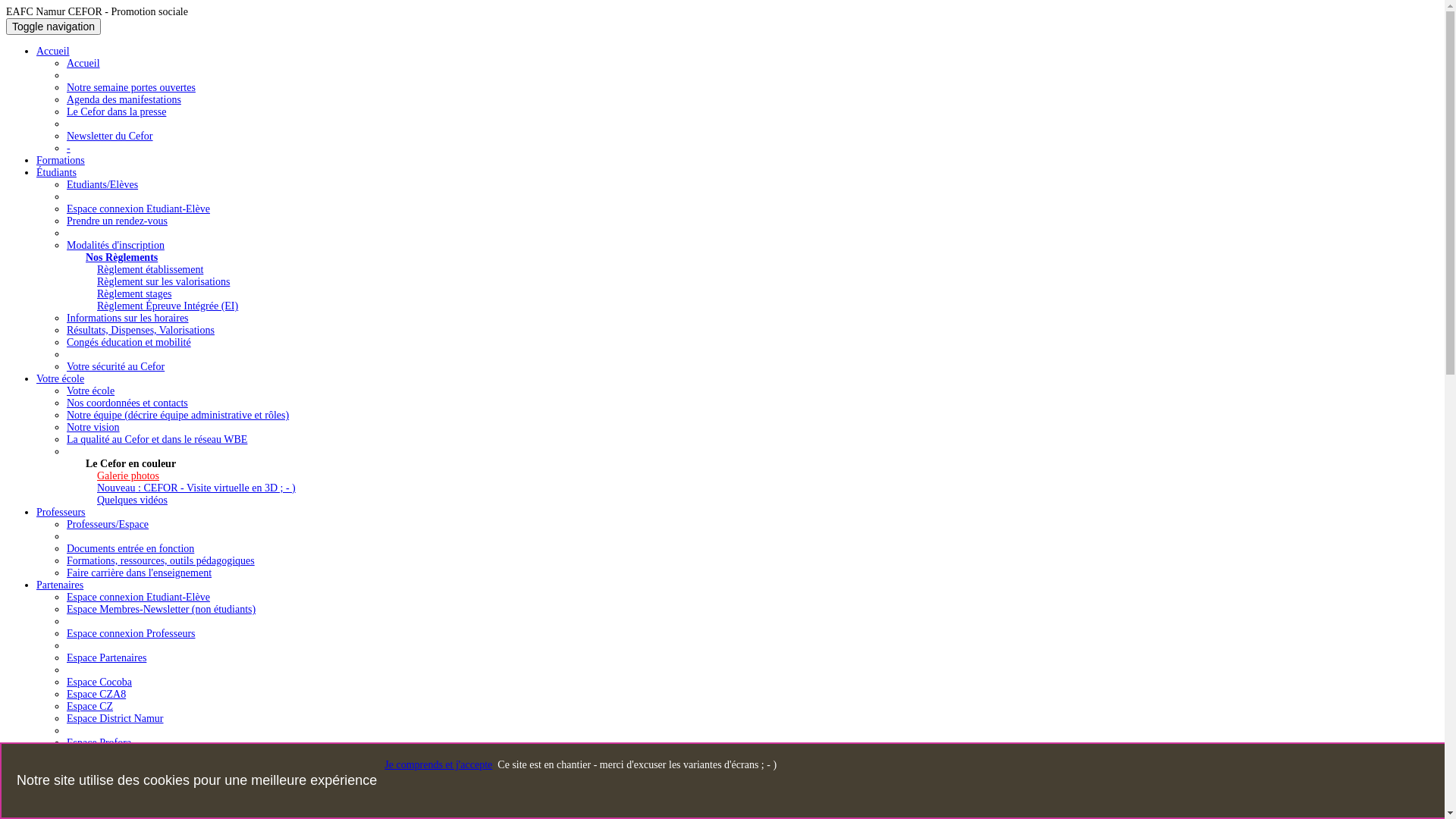 The width and height of the screenshot is (1456, 819). What do you see at coordinates (36, 767) in the screenshot?
I see `'Contact'` at bounding box center [36, 767].